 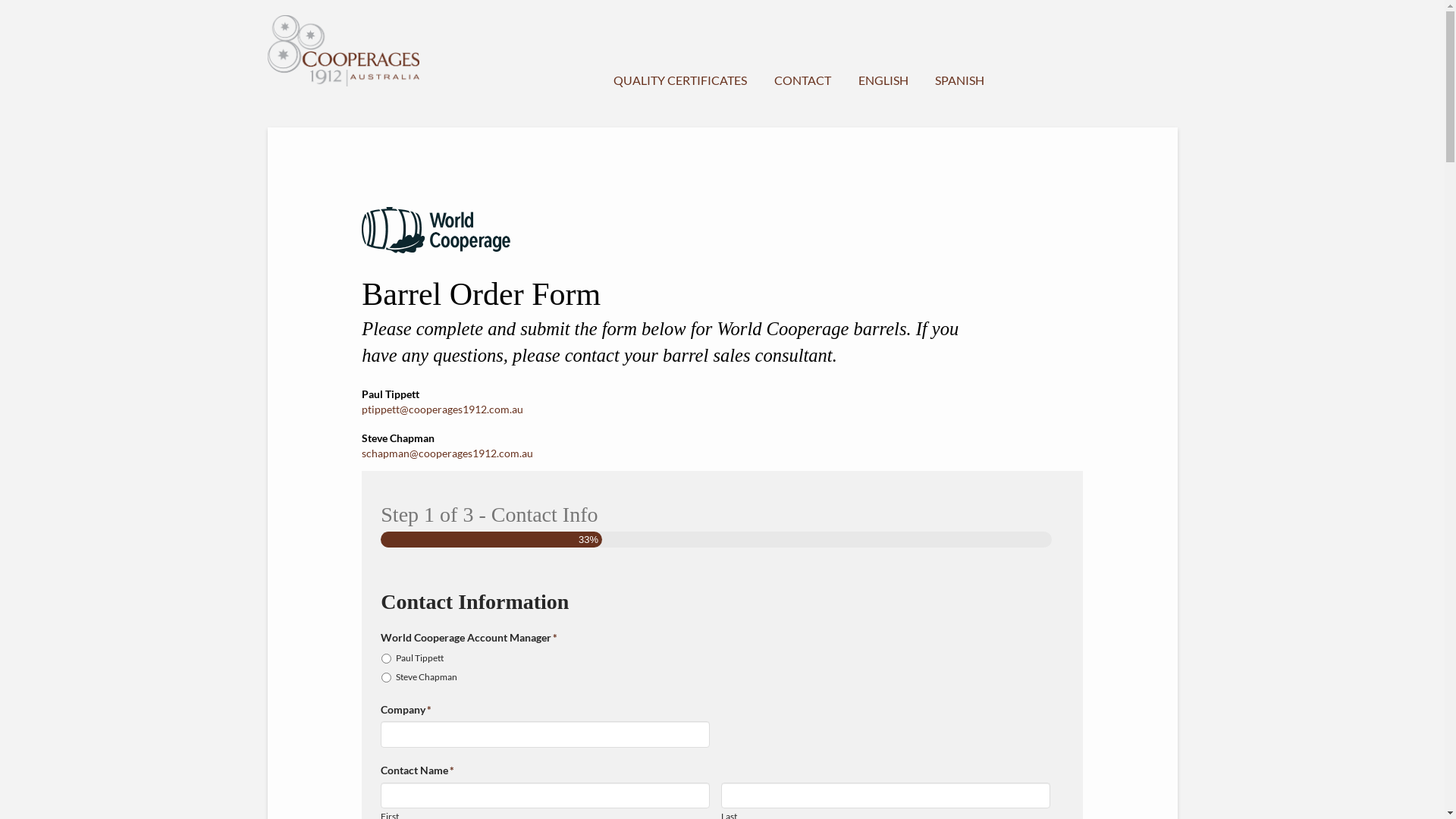 What do you see at coordinates (843, 53) in the screenshot?
I see `'ENGLISH'` at bounding box center [843, 53].